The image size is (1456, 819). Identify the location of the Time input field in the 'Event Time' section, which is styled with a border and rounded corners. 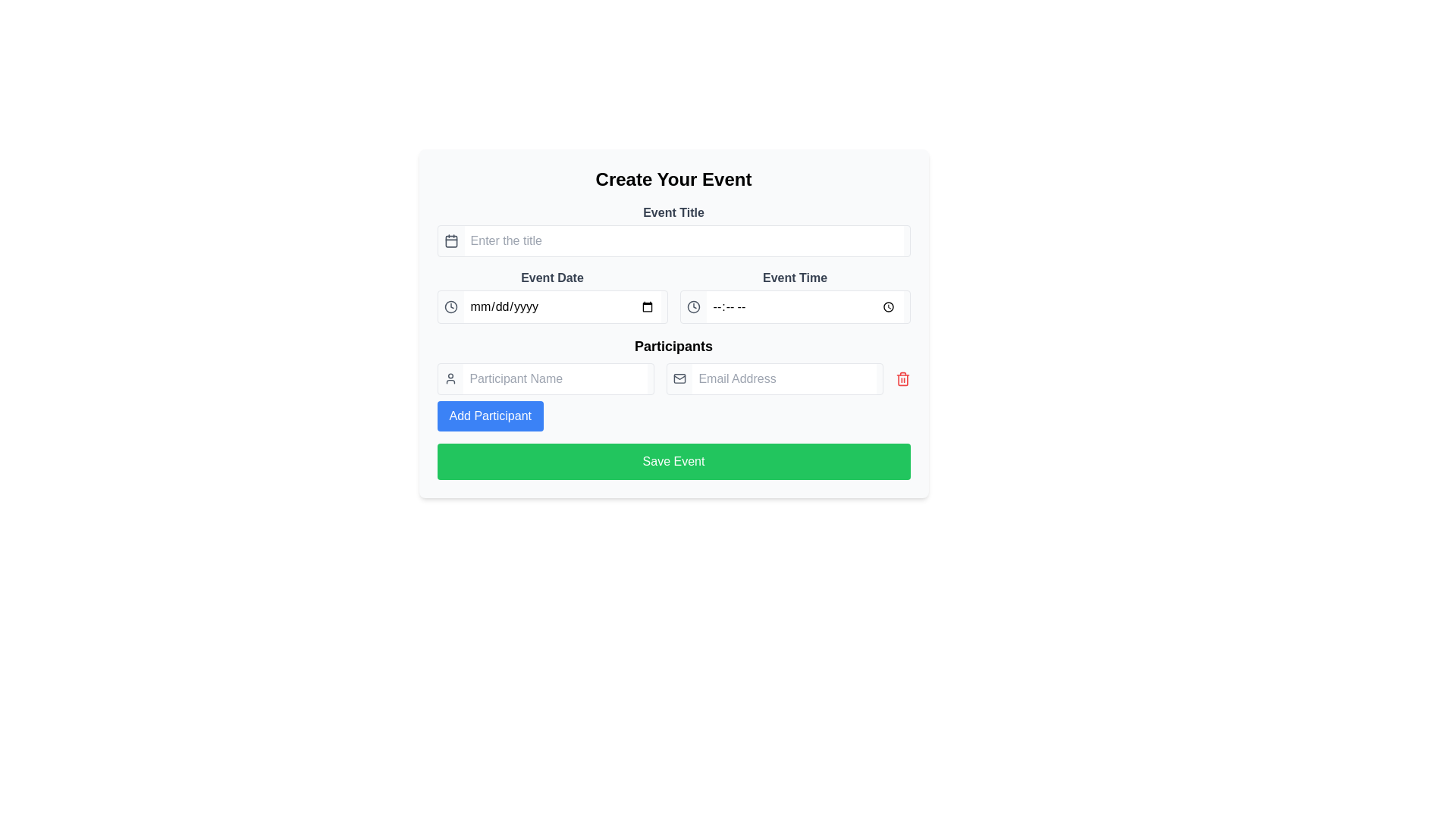
(794, 307).